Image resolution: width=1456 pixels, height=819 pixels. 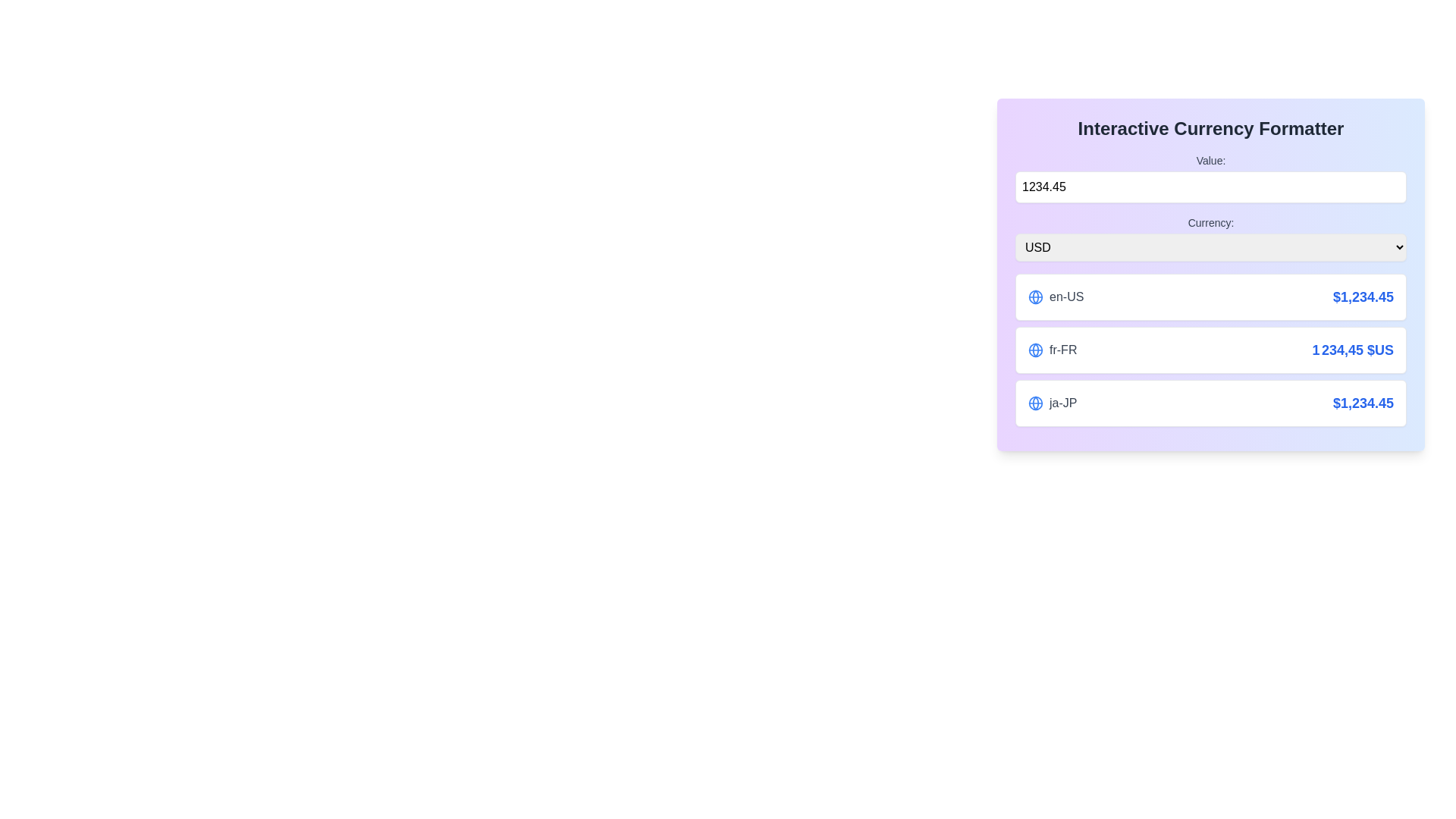 I want to click on displayed text 'en-US' from the text label that is styled in medium-bold gray, located within the 'Interactive Currency Formatter' section, to the right of the globe icon, so click(x=1065, y=297).